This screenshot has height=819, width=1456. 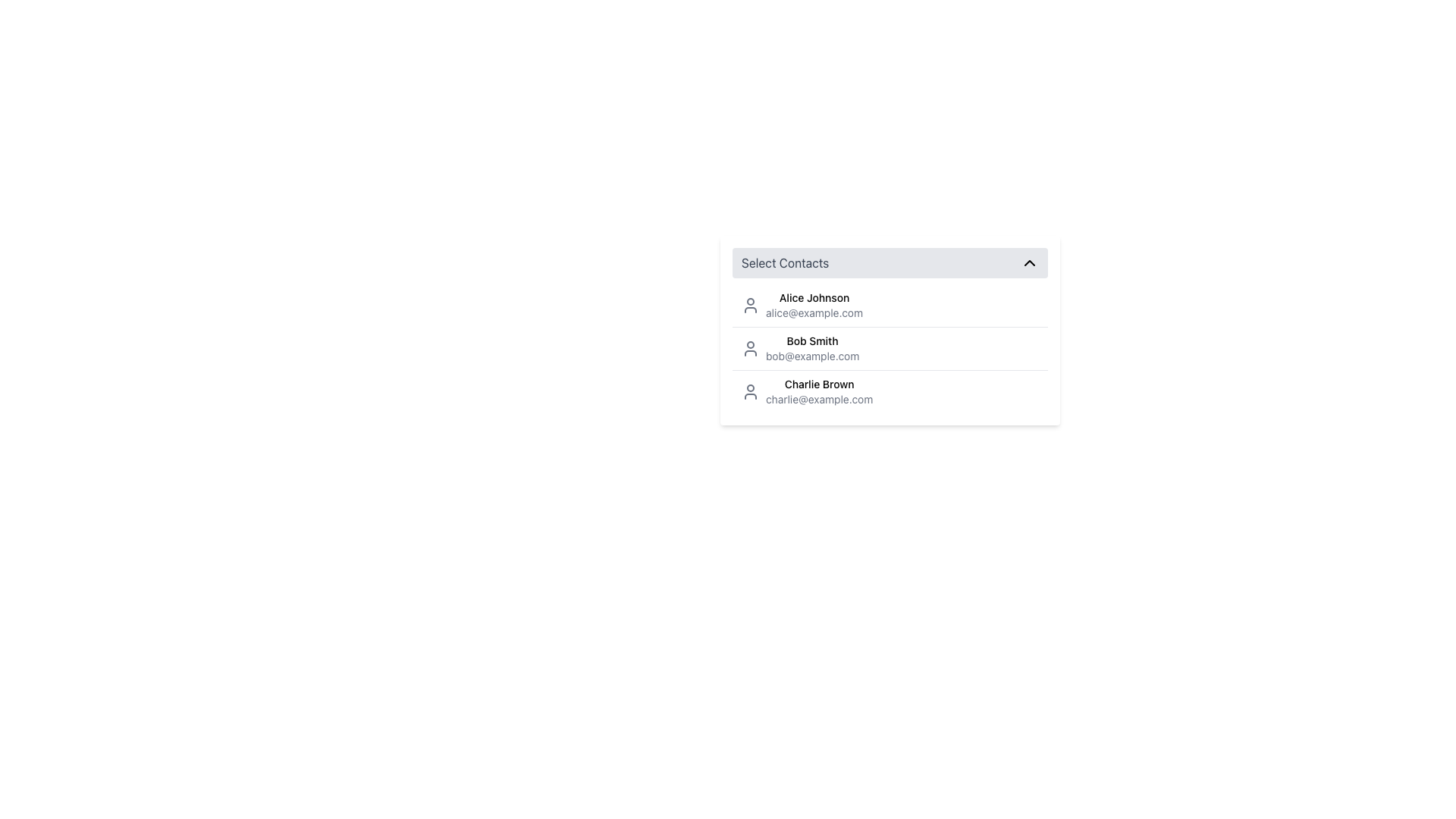 I want to click on the text display field, so click(x=811, y=348).